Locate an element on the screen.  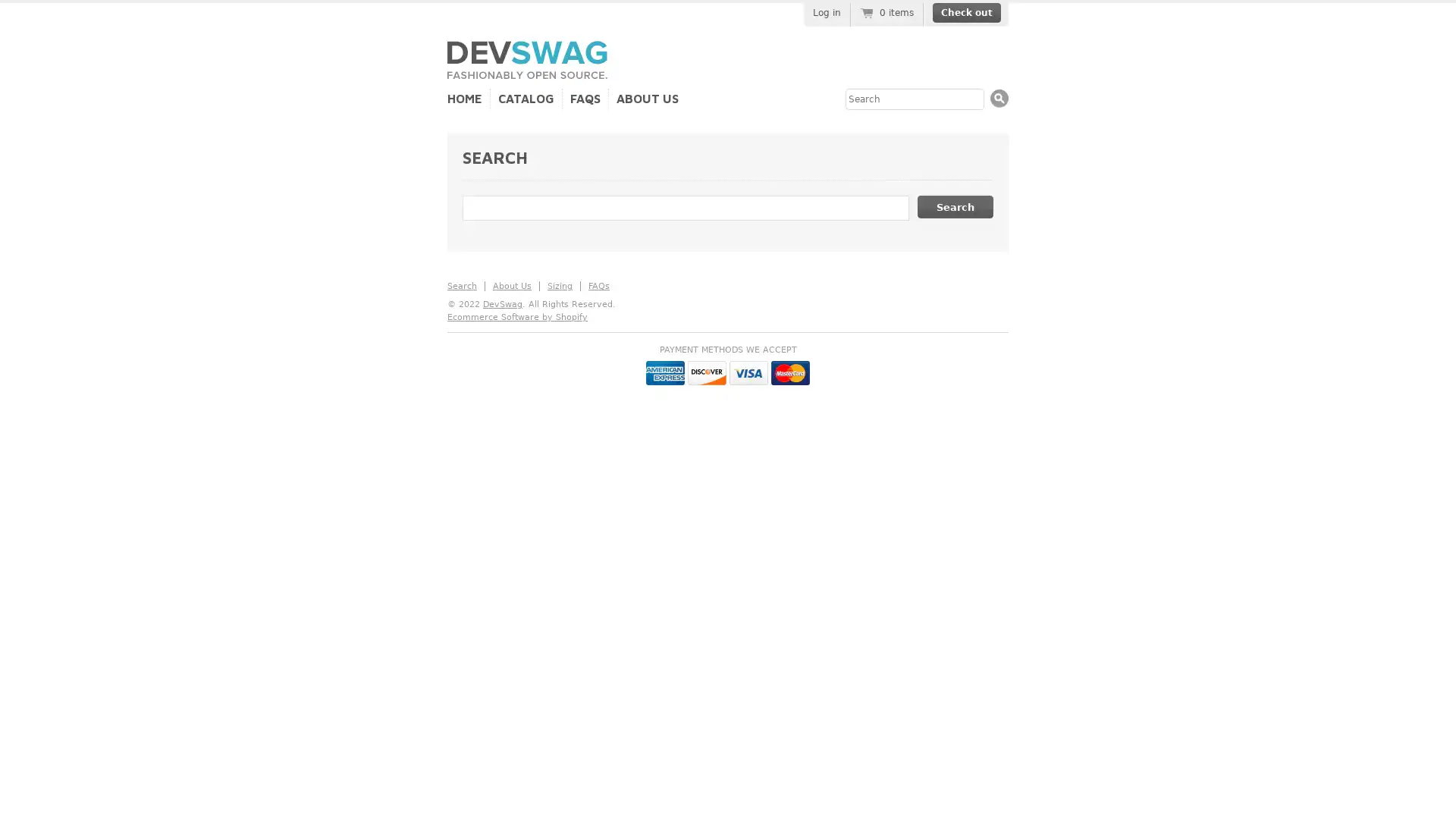
Search is located at coordinates (954, 206).